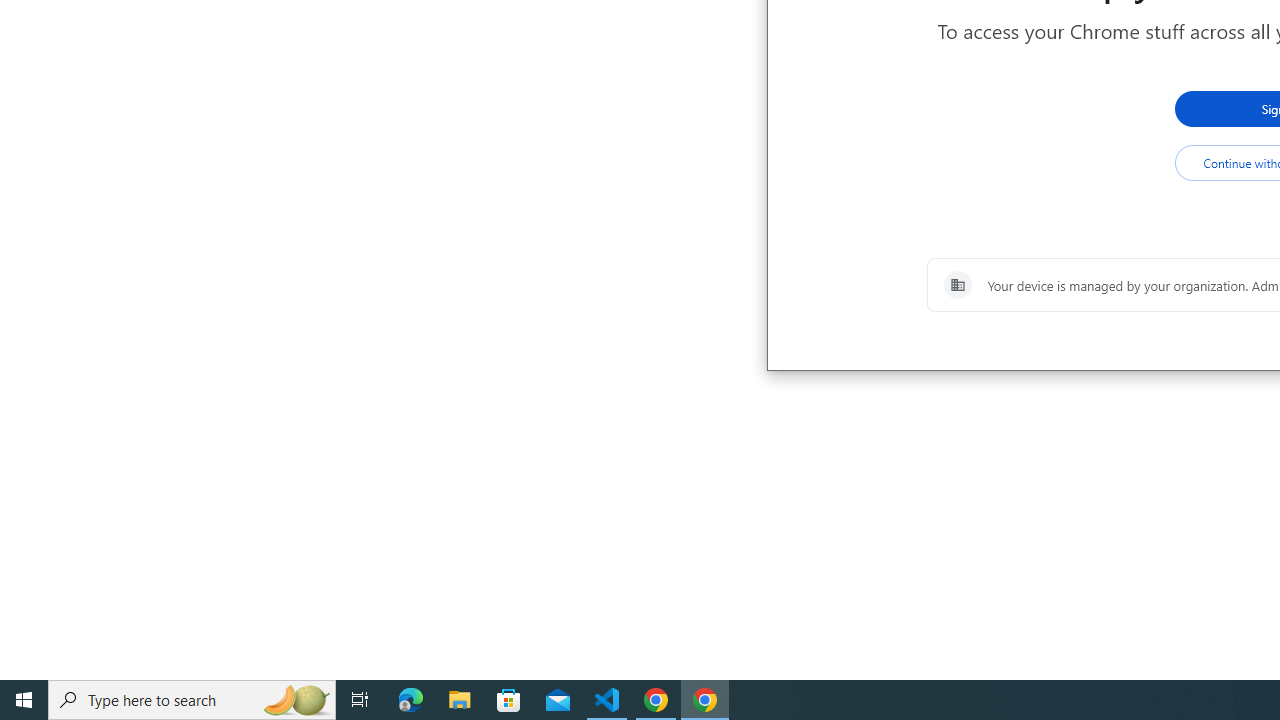 The height and width of the screenshot is (720, 1280). Describe the element at coordinates (509, 698) in the screenshot. I see `'Microsoft Store'` at that location.